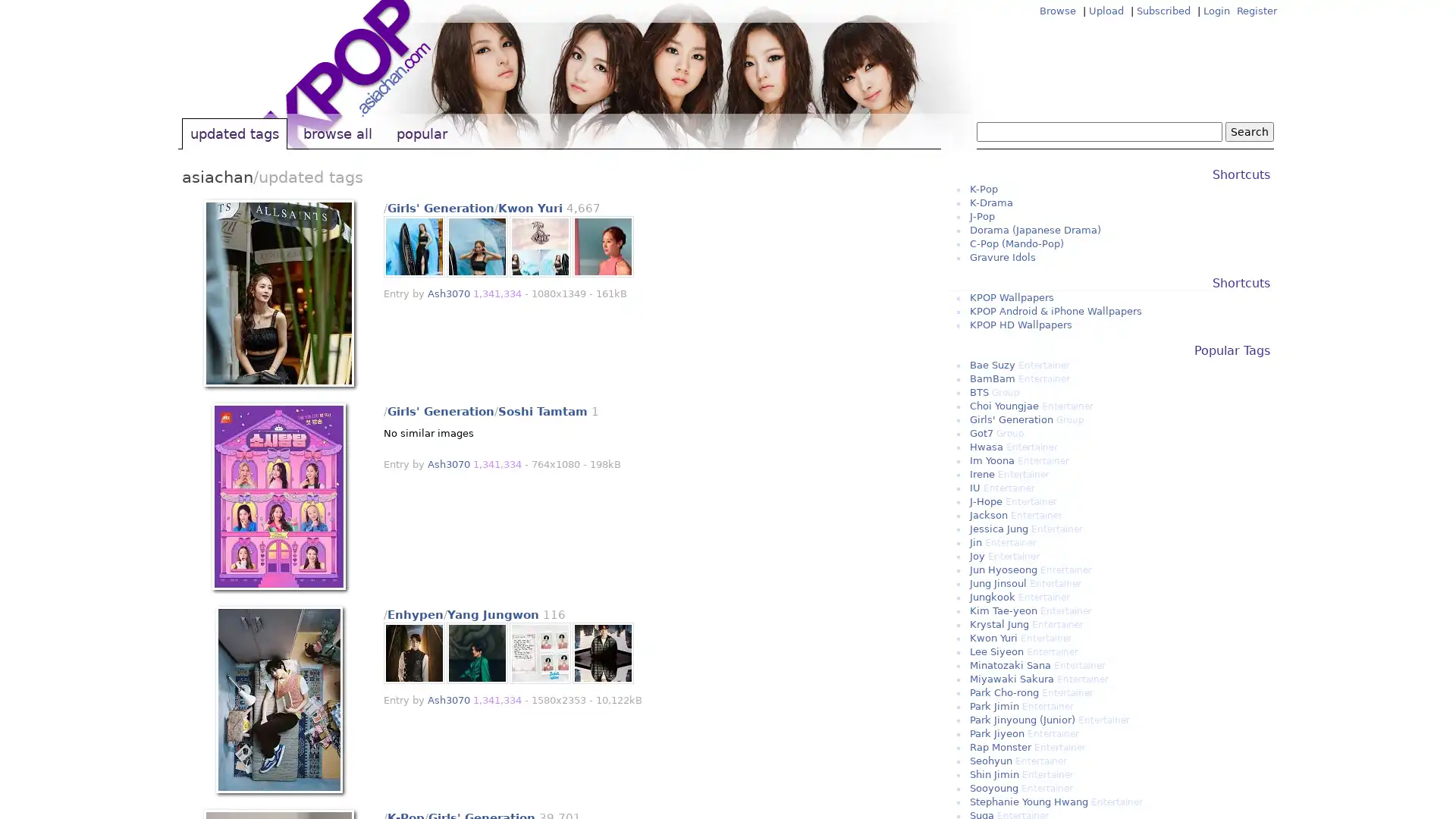 Image resolution: width=1456 pixels, height=819 pixels. What do you see at coordinates (1249, 130) in the screenshot?
I see `Search` at bounding box center [1249, 130].